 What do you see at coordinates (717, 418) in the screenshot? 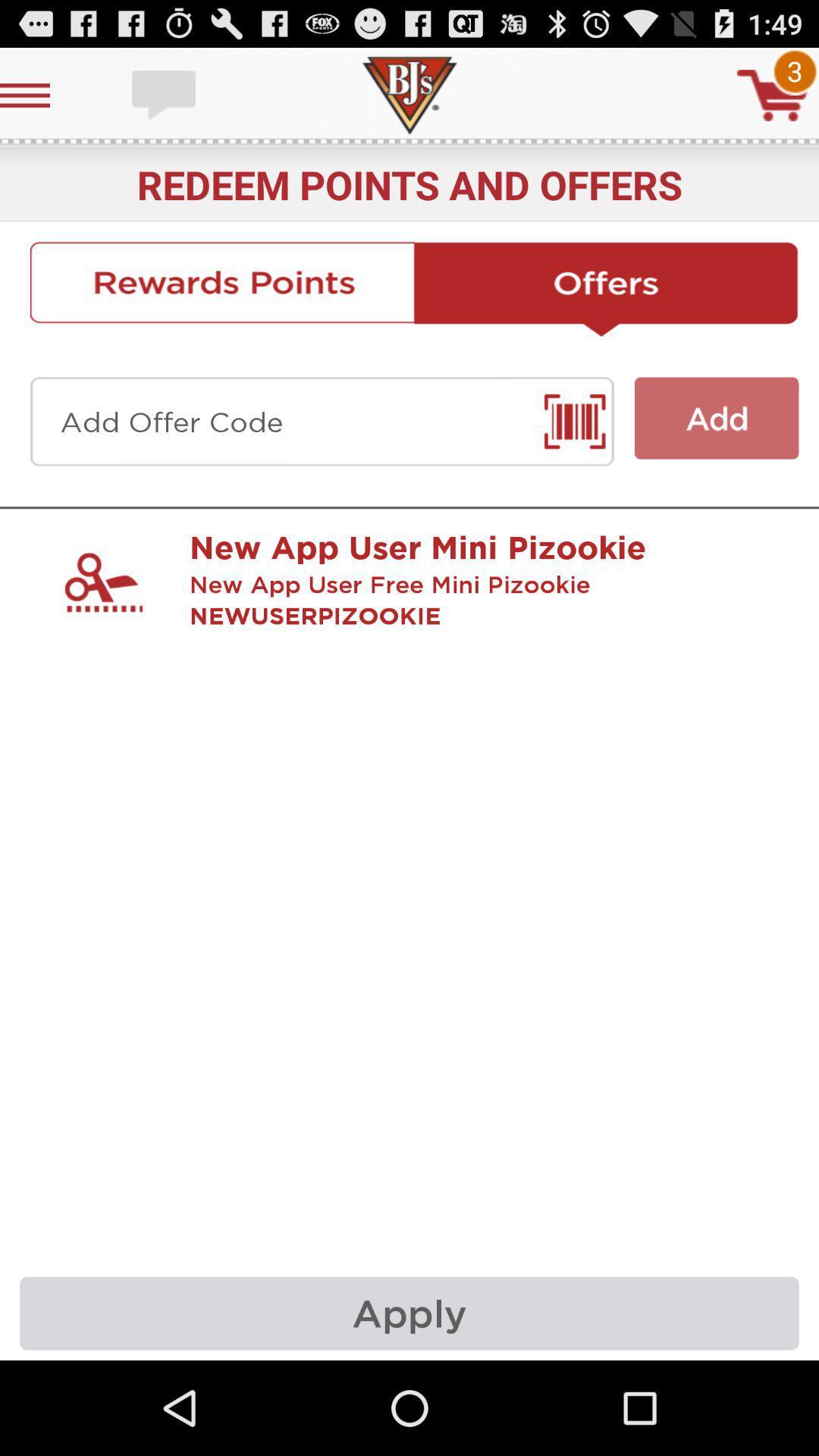
I see `button` at bounding box center [717, 418].